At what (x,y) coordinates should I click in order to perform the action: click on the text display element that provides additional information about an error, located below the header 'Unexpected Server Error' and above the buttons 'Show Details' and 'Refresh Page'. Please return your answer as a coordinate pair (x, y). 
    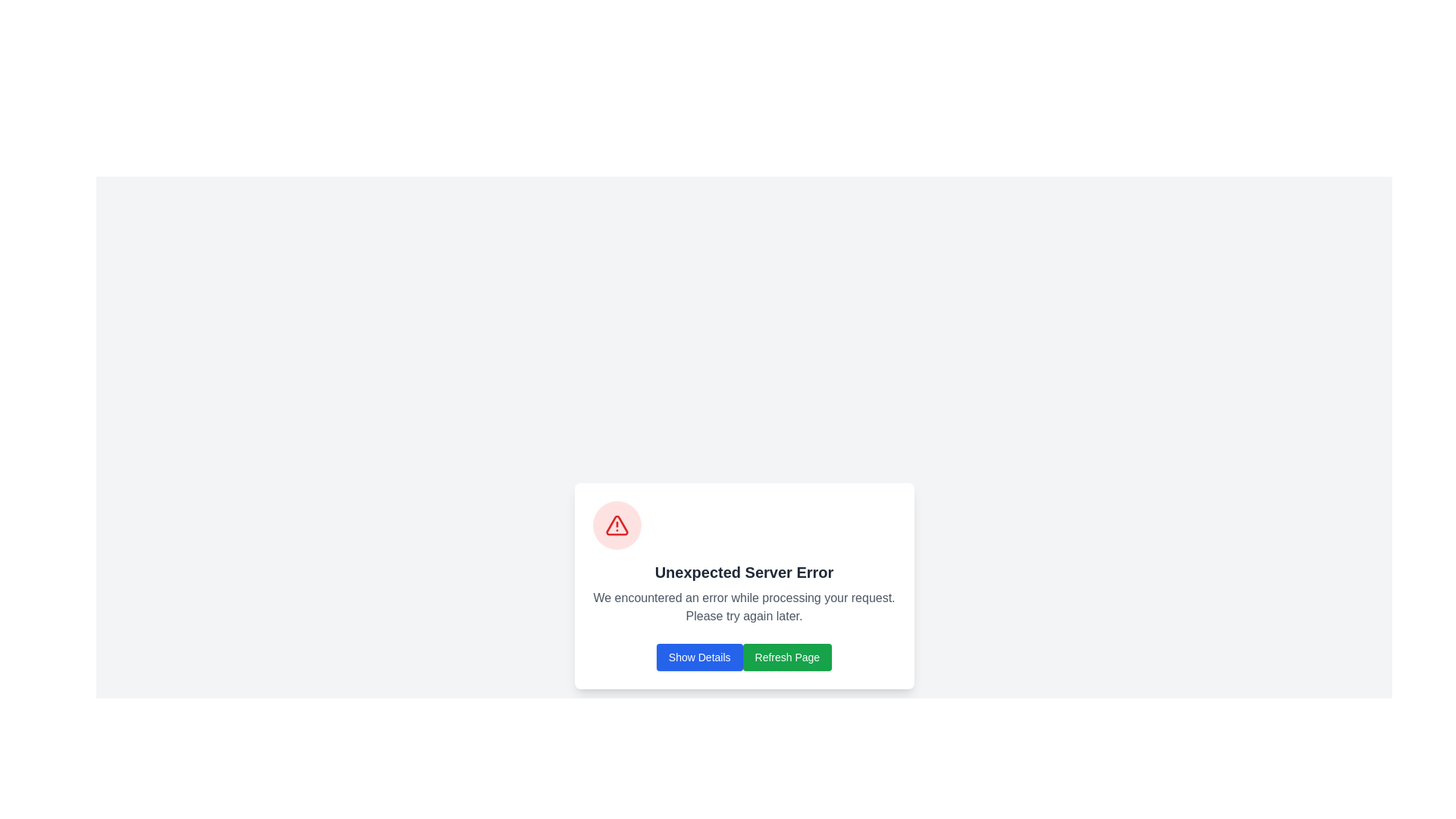
    Looking at the image, I should click on (744, 607).